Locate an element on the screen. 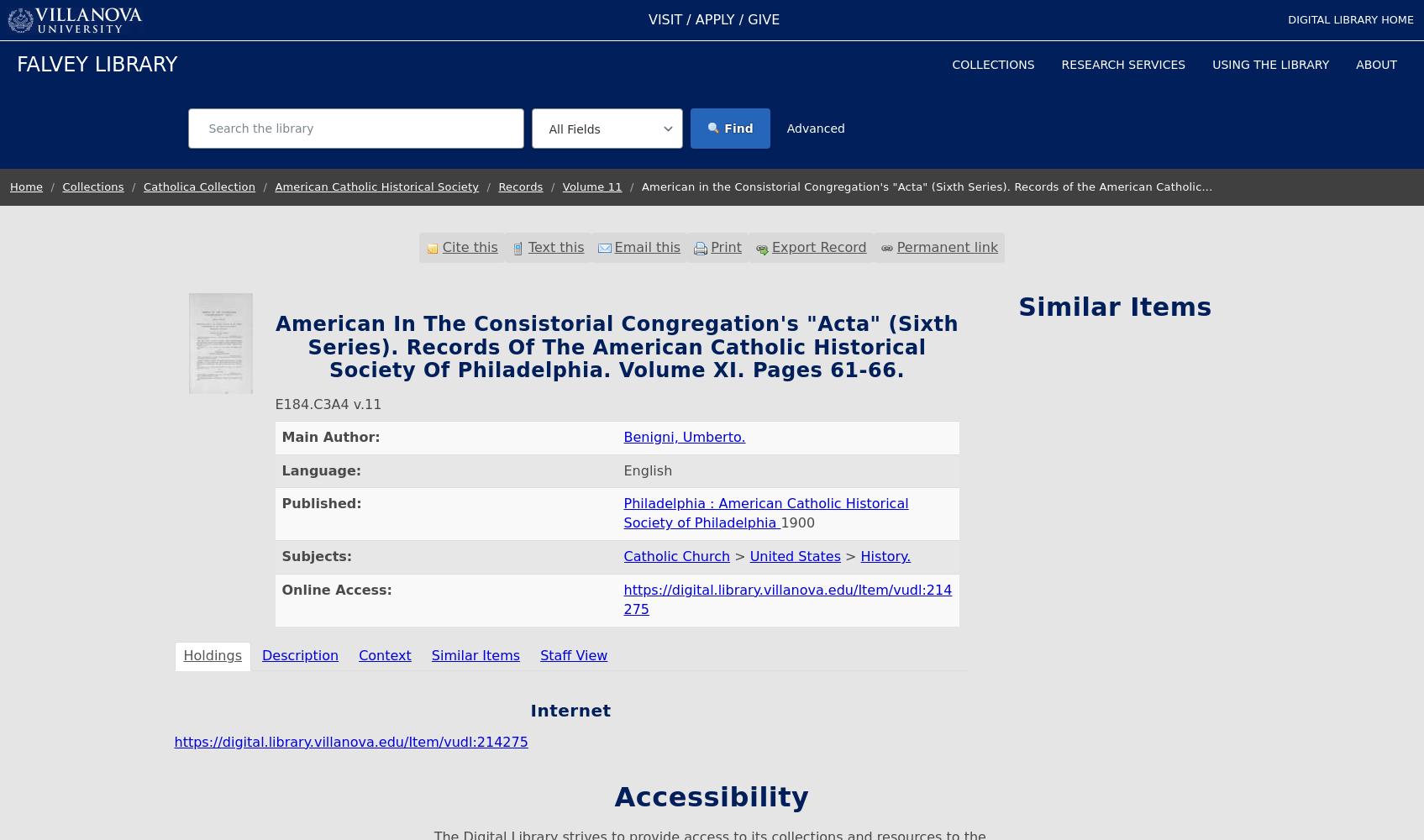  'Advanced' is located at coordinates (786, 129).